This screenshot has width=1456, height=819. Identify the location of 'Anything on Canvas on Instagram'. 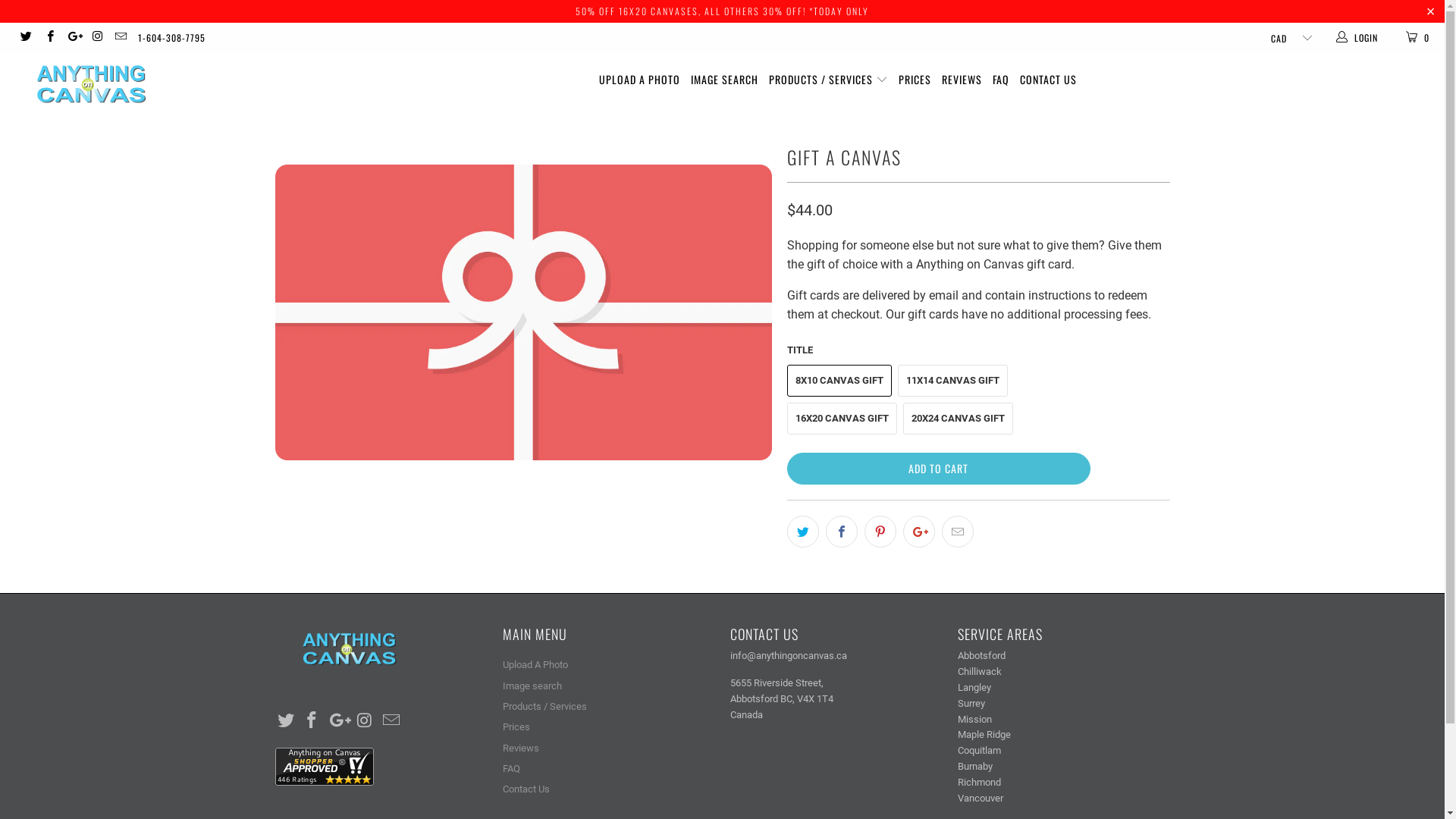
(96, 37).